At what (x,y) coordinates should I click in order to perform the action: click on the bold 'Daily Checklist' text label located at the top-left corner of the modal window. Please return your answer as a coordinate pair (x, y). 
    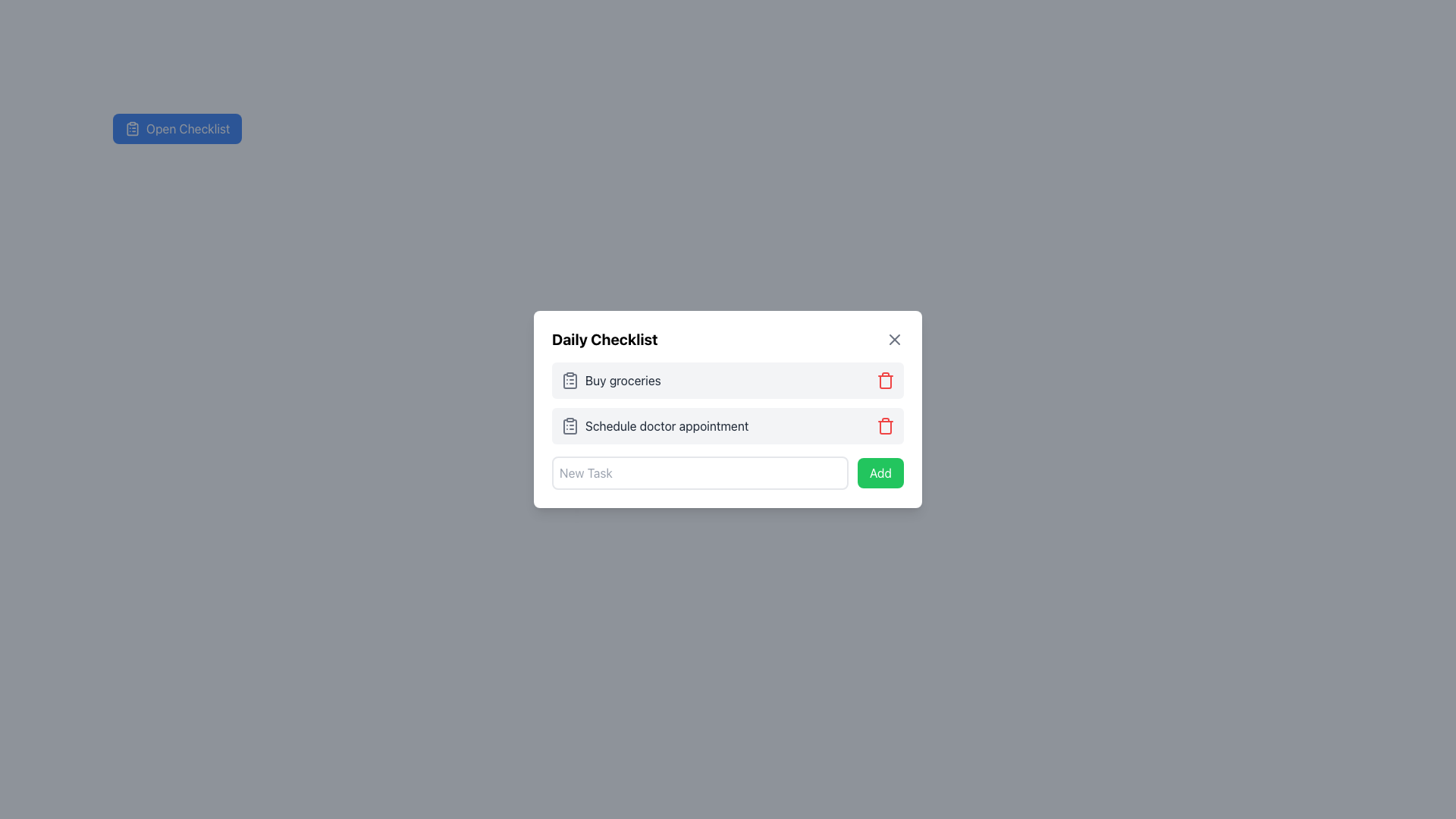
    Looking at the image, I should click on (604, 338).